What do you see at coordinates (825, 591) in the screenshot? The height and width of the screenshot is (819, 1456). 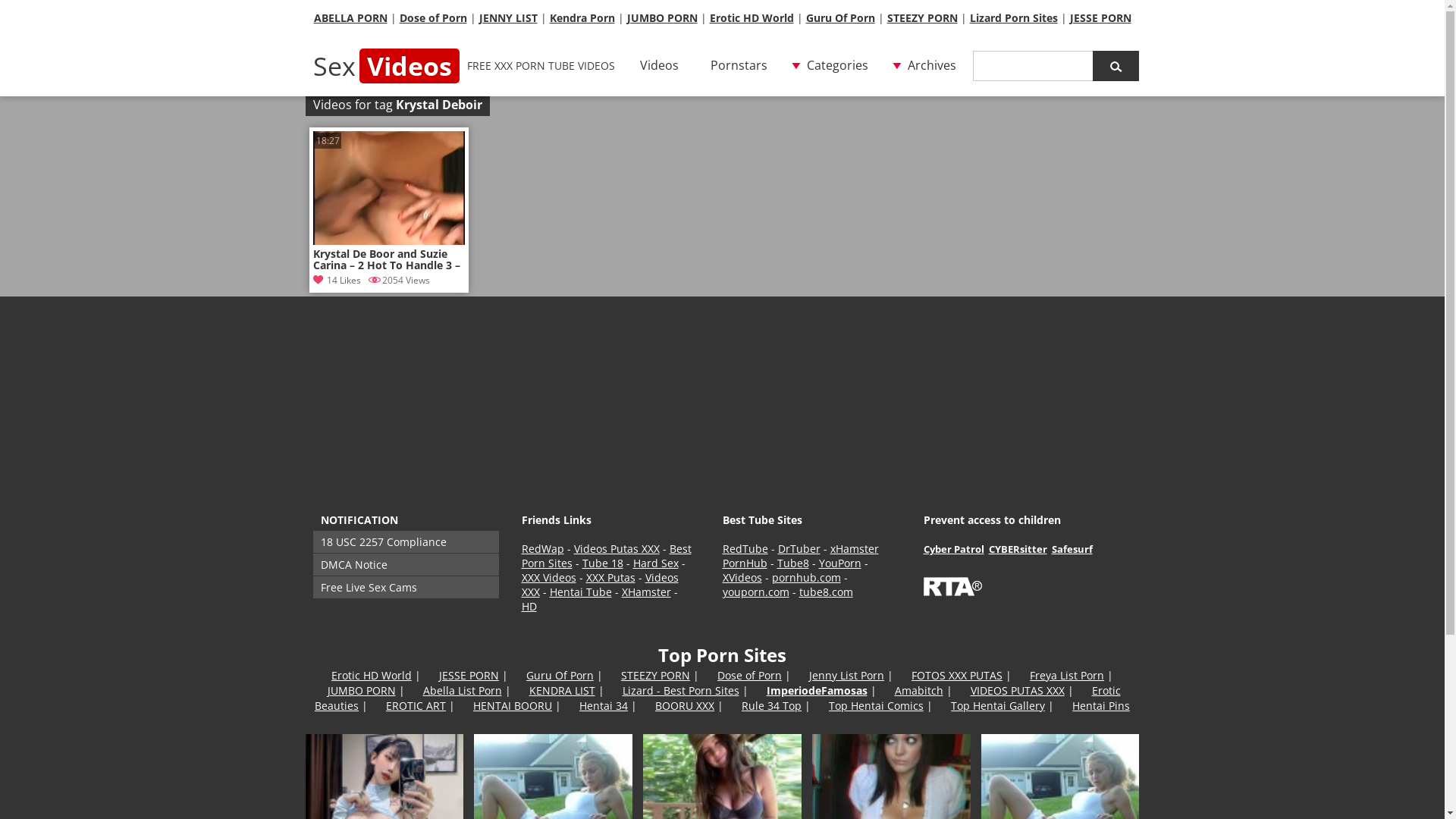 I see `'tube8.com'` at bounding box center [825, 591].